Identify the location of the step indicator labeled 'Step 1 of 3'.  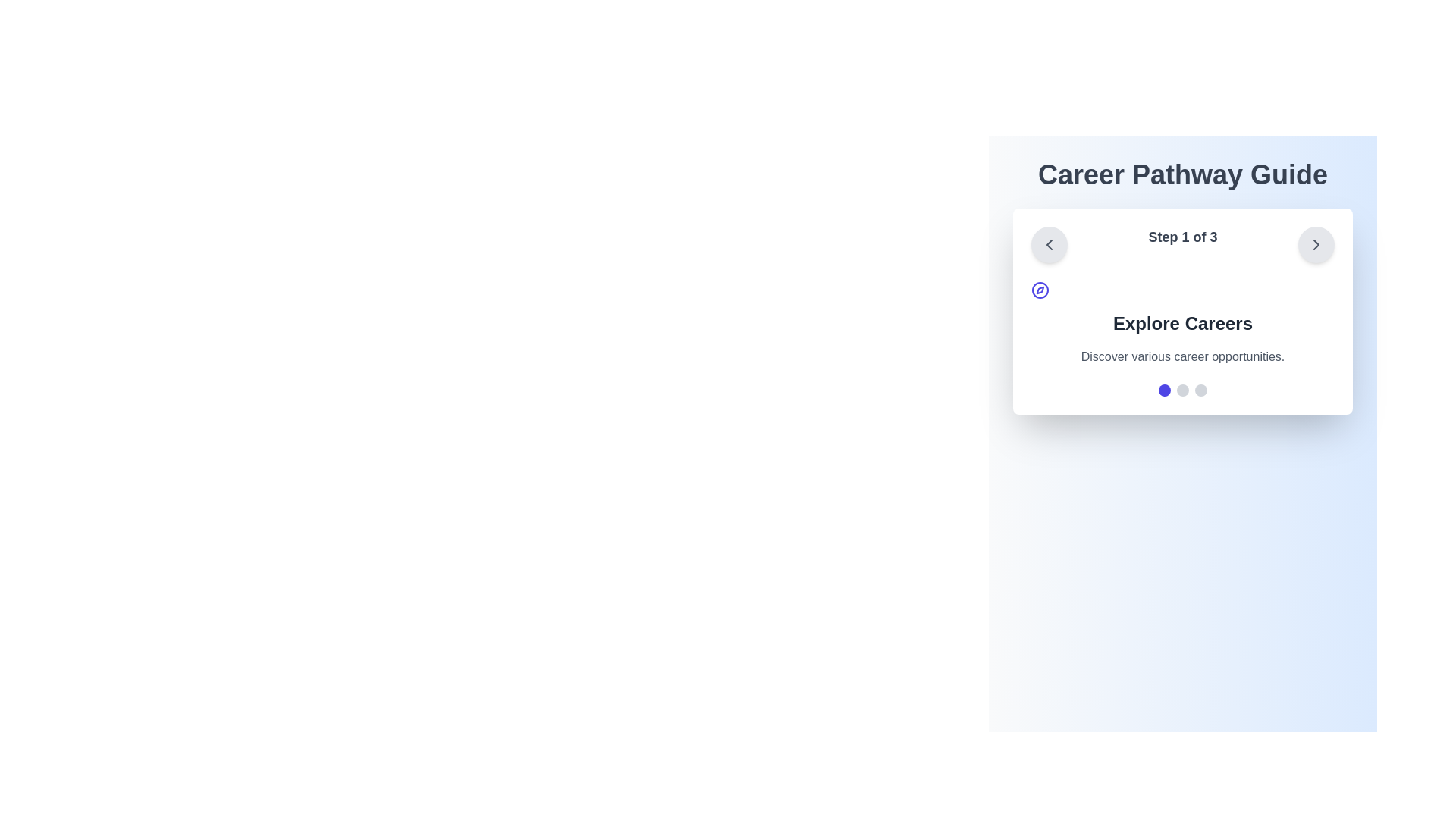
(1182, 244).